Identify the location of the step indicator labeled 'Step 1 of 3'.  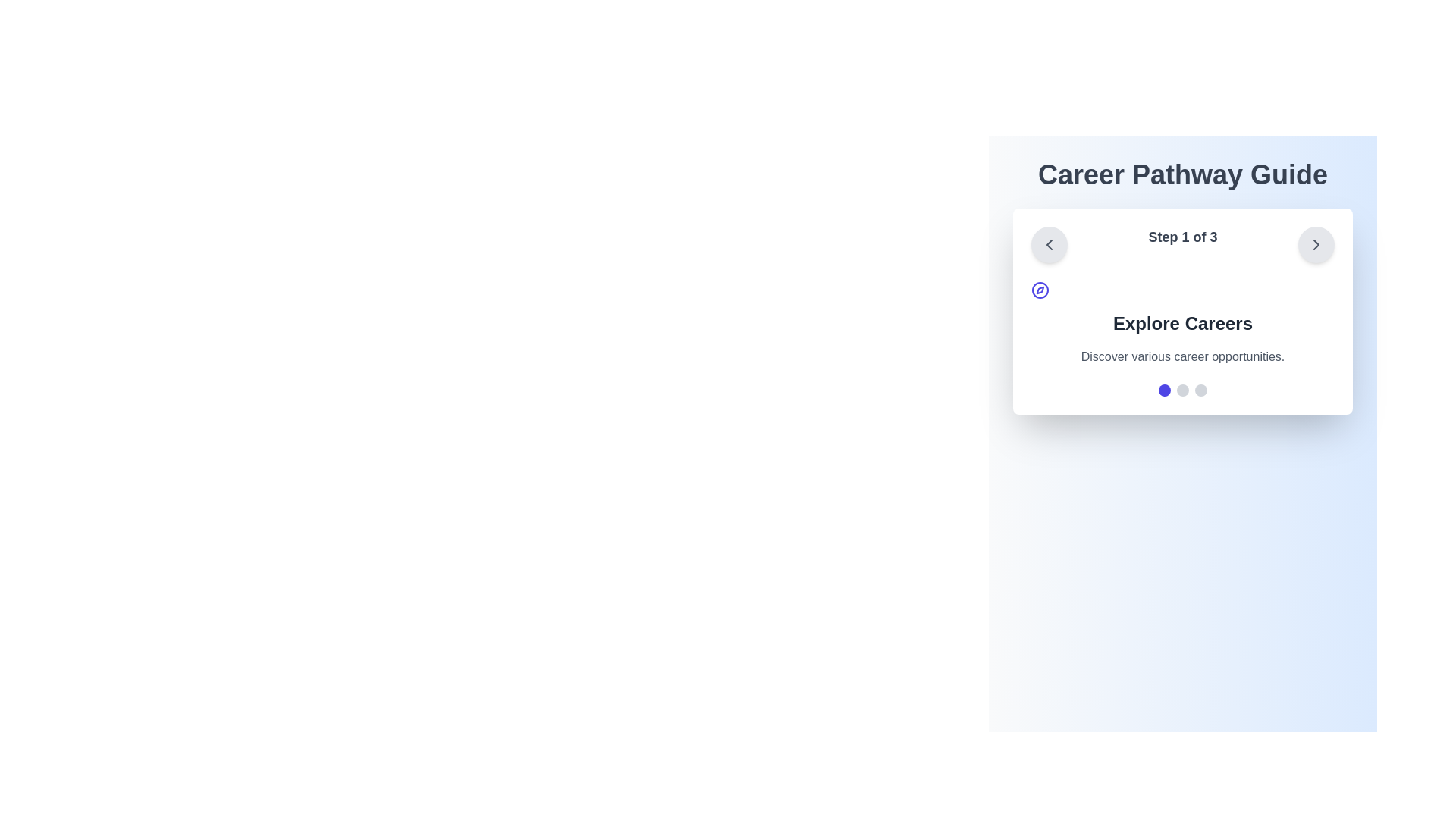
(1182, 244).